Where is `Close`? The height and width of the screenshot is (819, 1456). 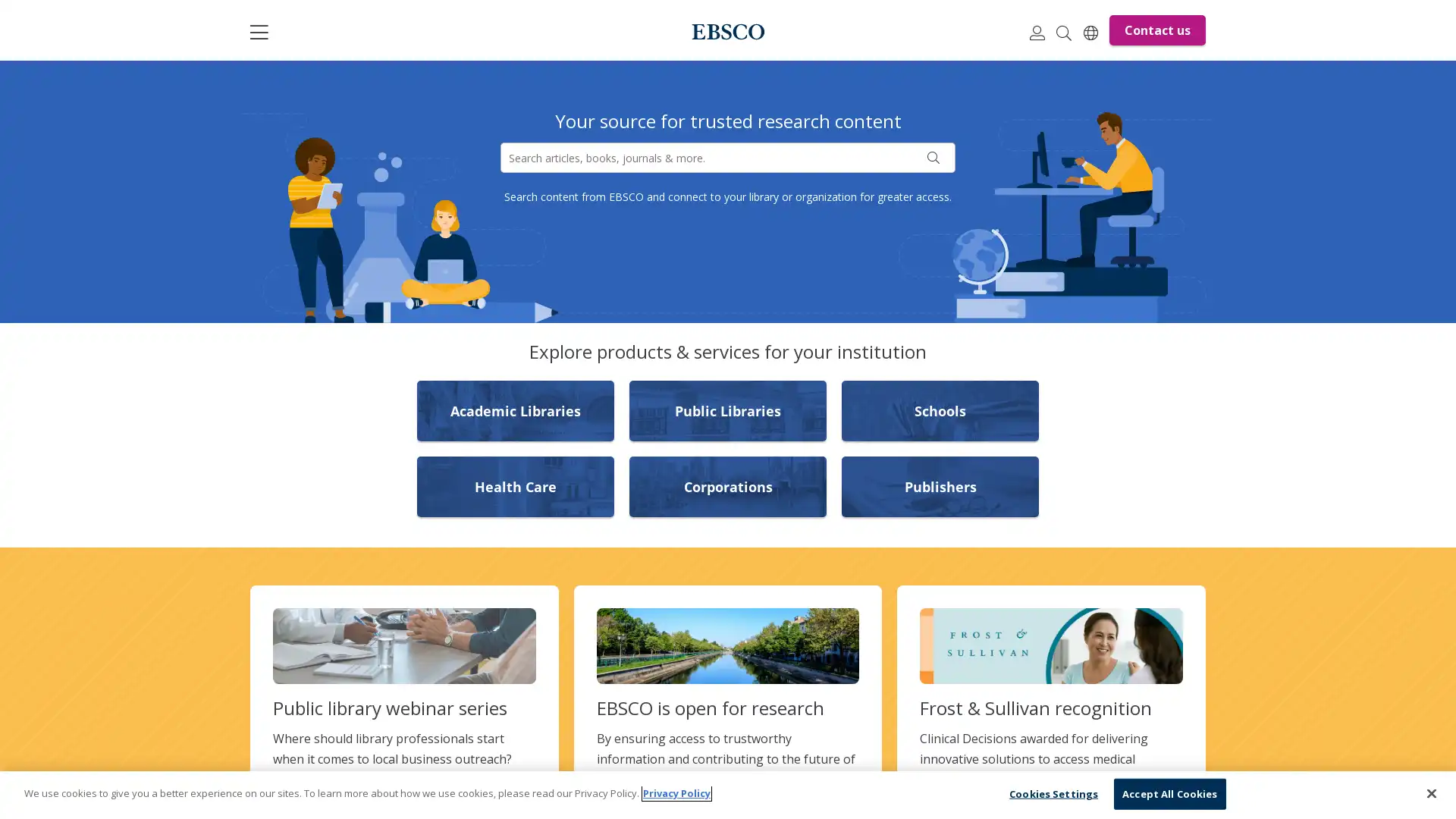 Close is located at coordinates (1430, 792).